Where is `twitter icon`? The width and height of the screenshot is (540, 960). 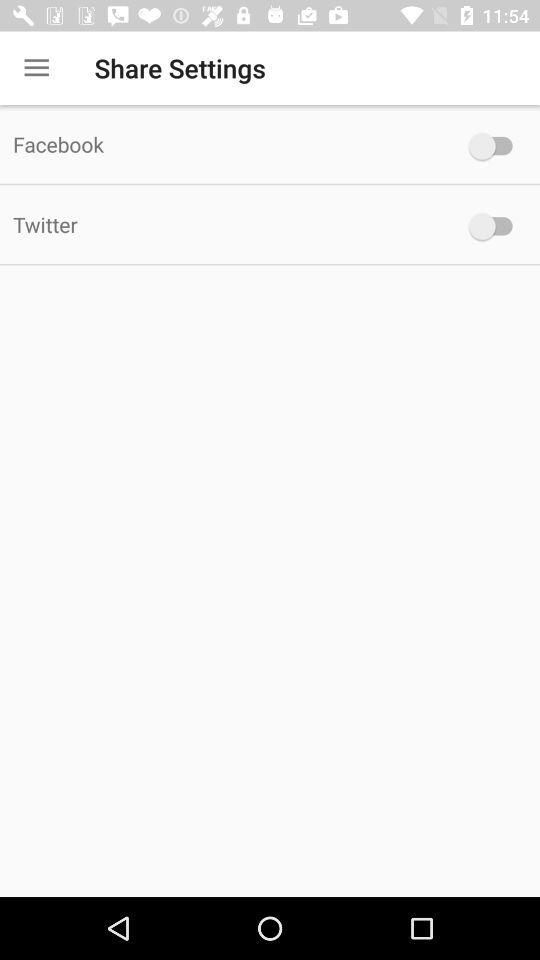 twitter icon is located at coordinates (224, 224).